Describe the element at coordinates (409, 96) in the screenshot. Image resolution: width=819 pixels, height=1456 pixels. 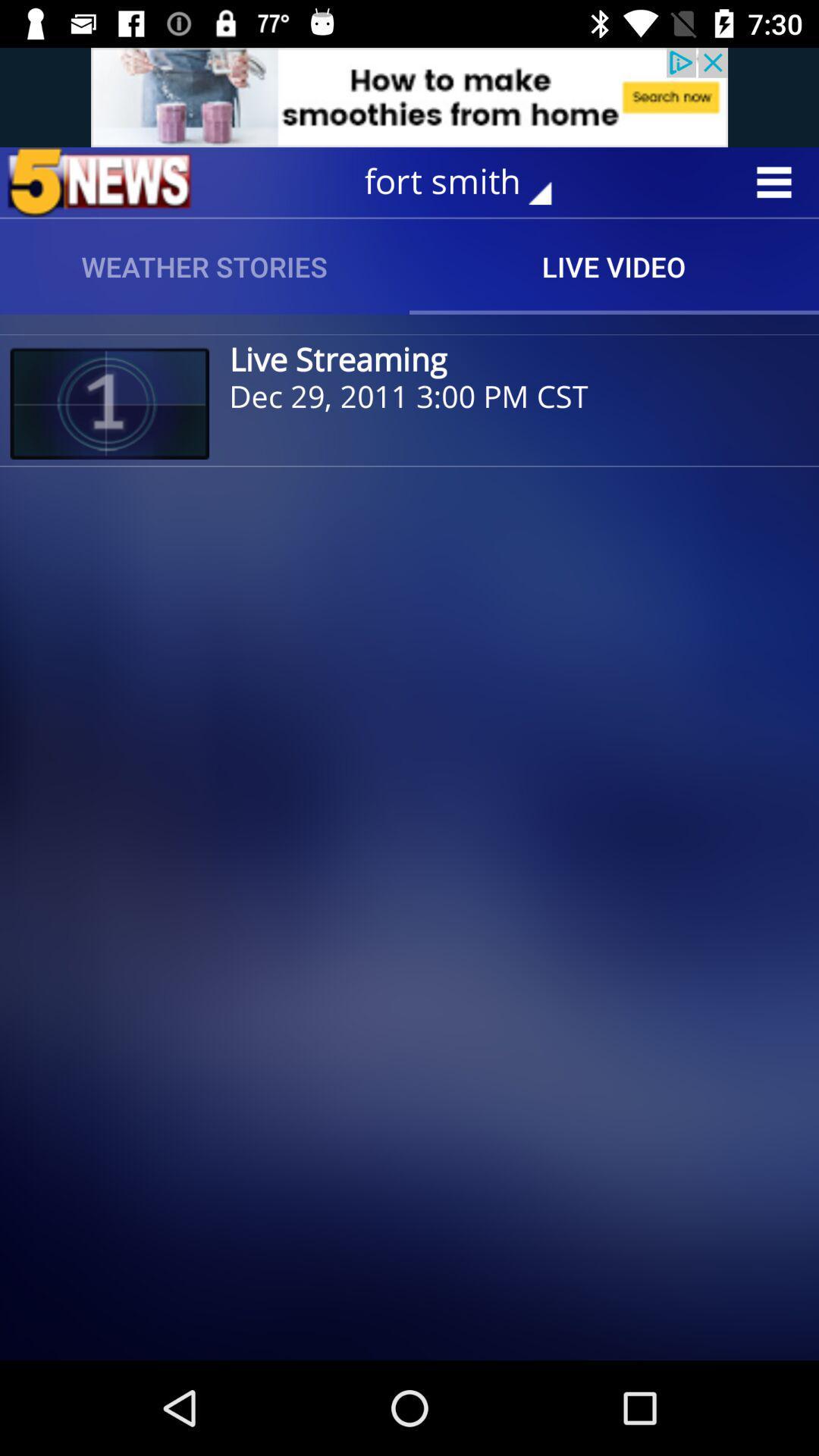
I see `for advertisement` at that location.